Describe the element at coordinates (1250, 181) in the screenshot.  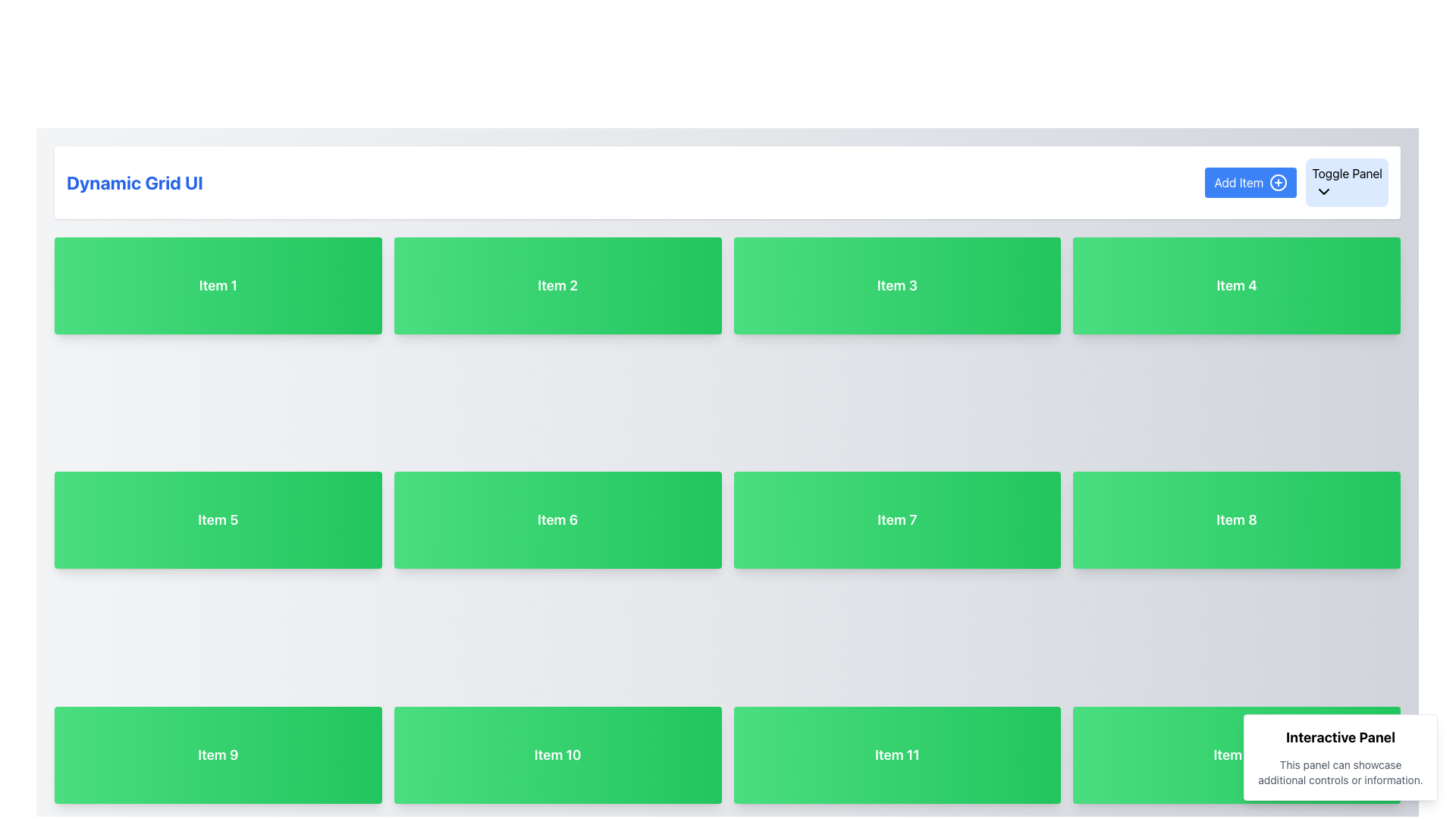
I see `the 'Add Item' button, which is a rectangular button with rounded corners, blue background, white text, and a '+' icon, located in the top-right part of the interface` at that location.